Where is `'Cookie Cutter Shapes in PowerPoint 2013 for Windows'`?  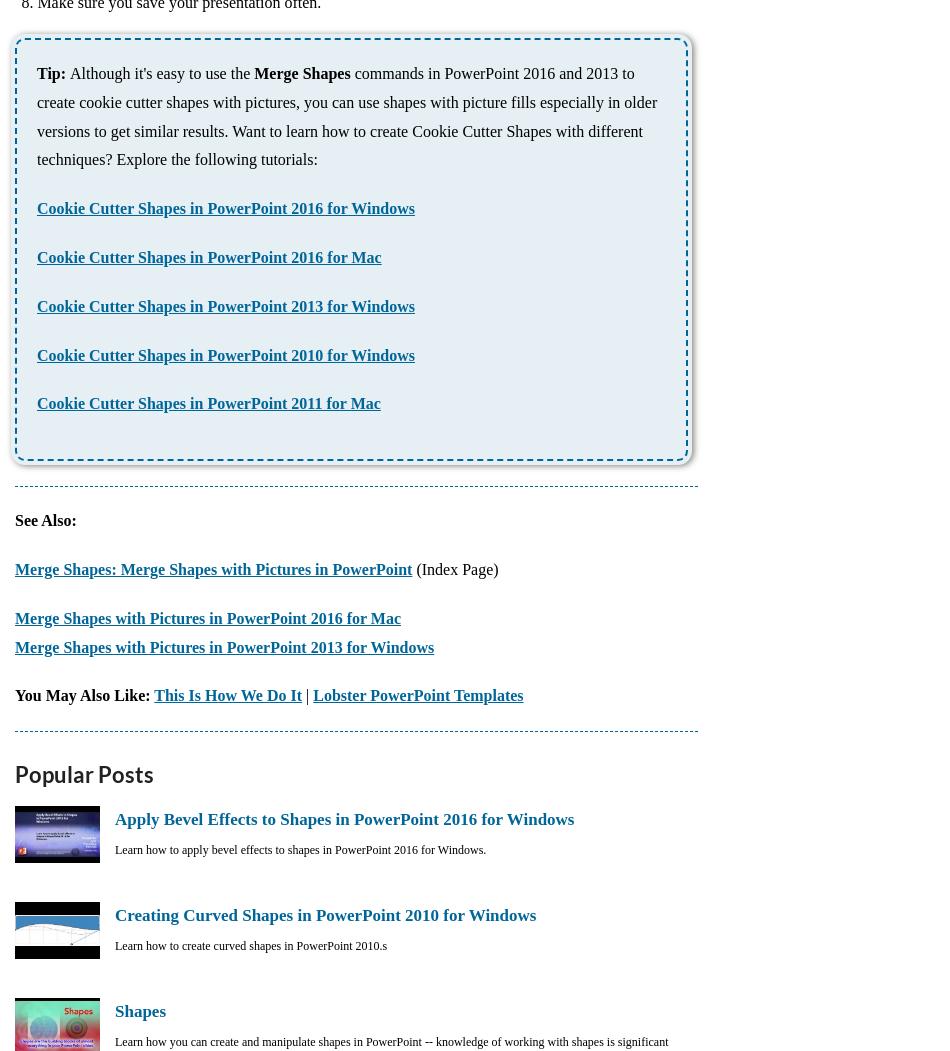
'Cookie Cutter Shapes in PowerPoint 2013 for Windows' is located at coordinates (36, 304).